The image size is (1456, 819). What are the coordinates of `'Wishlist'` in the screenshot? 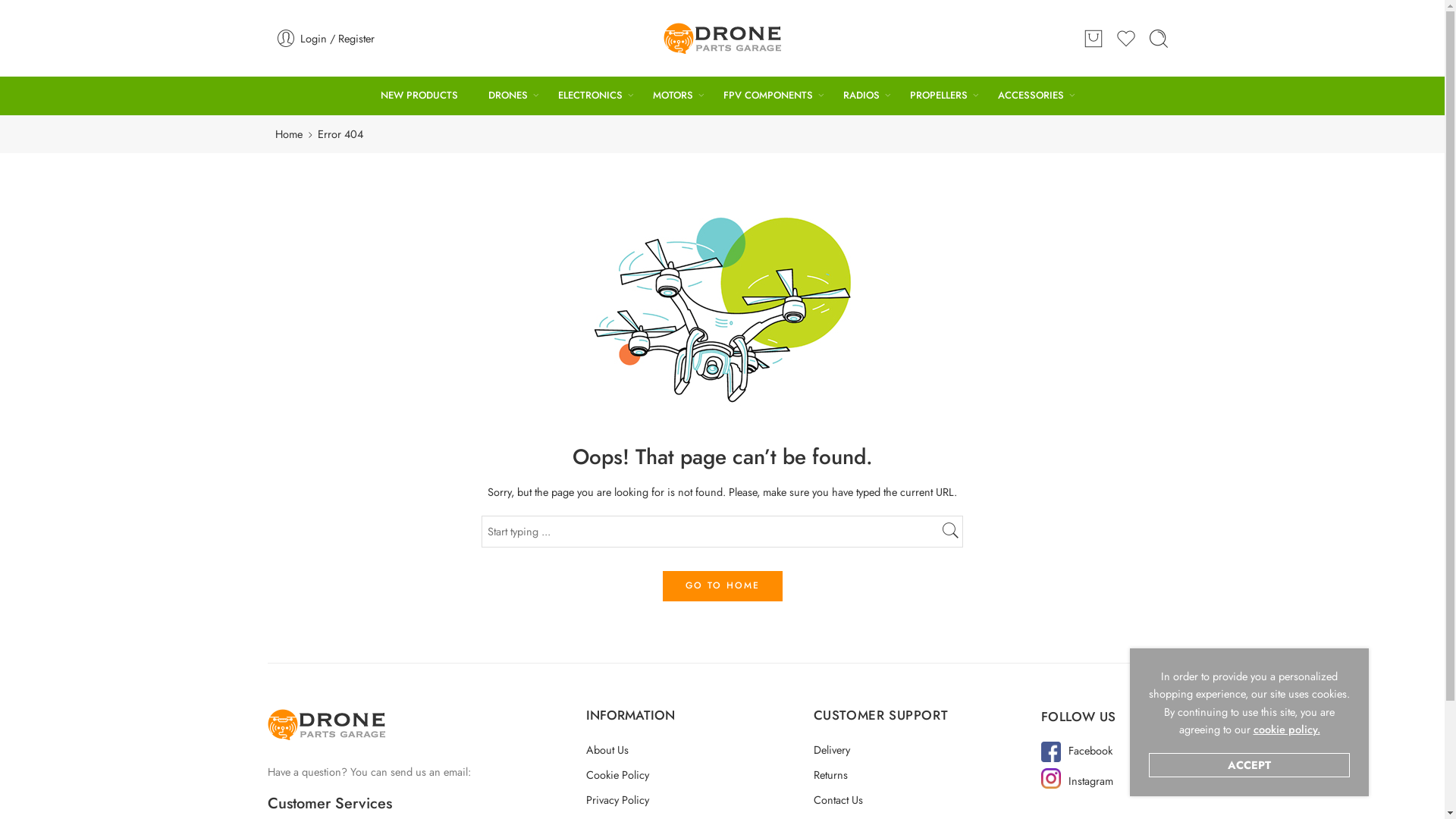 It's located at (1125, 37).